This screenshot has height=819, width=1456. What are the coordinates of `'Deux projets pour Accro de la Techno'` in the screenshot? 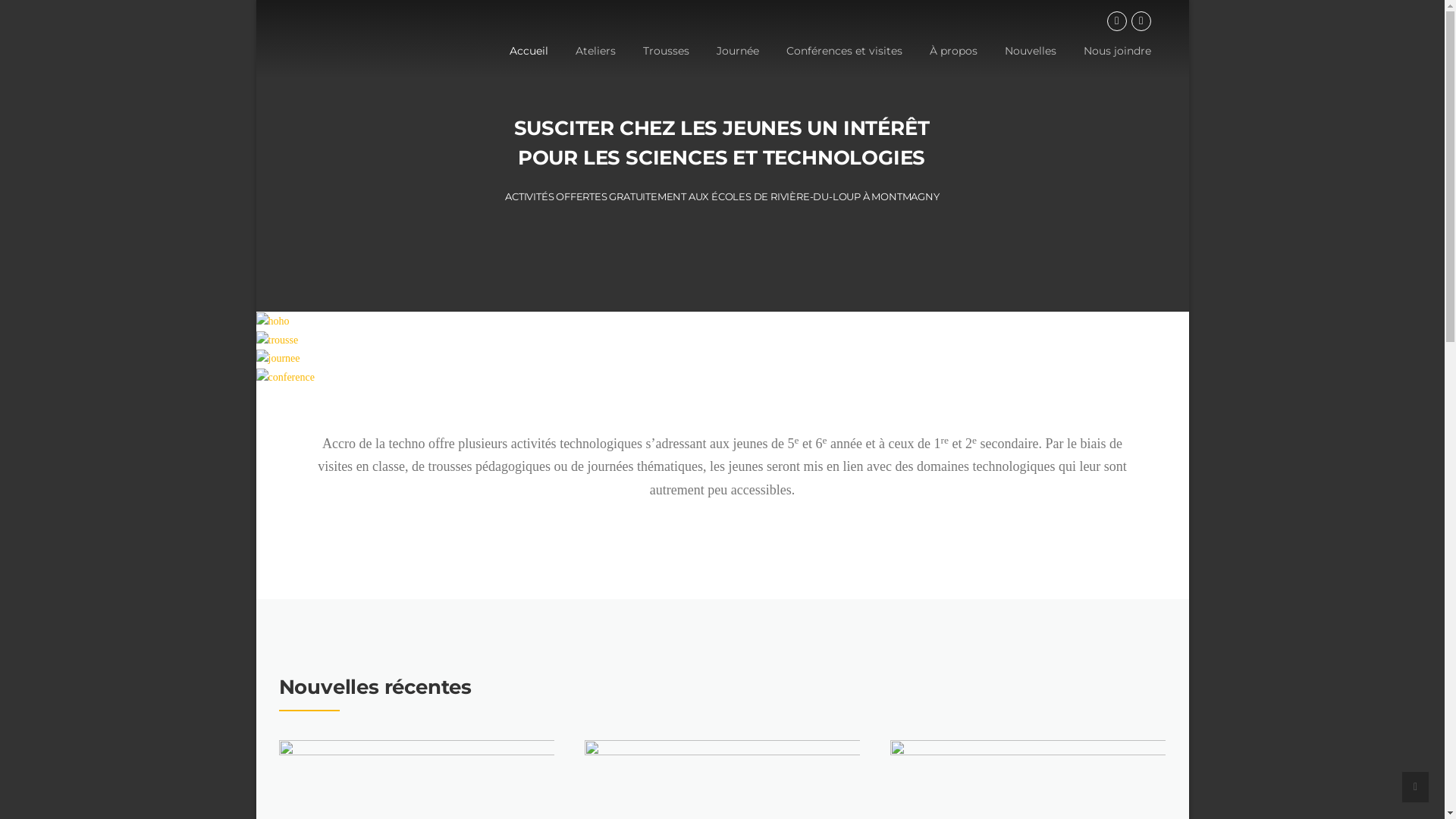 It's located at (721, 807).